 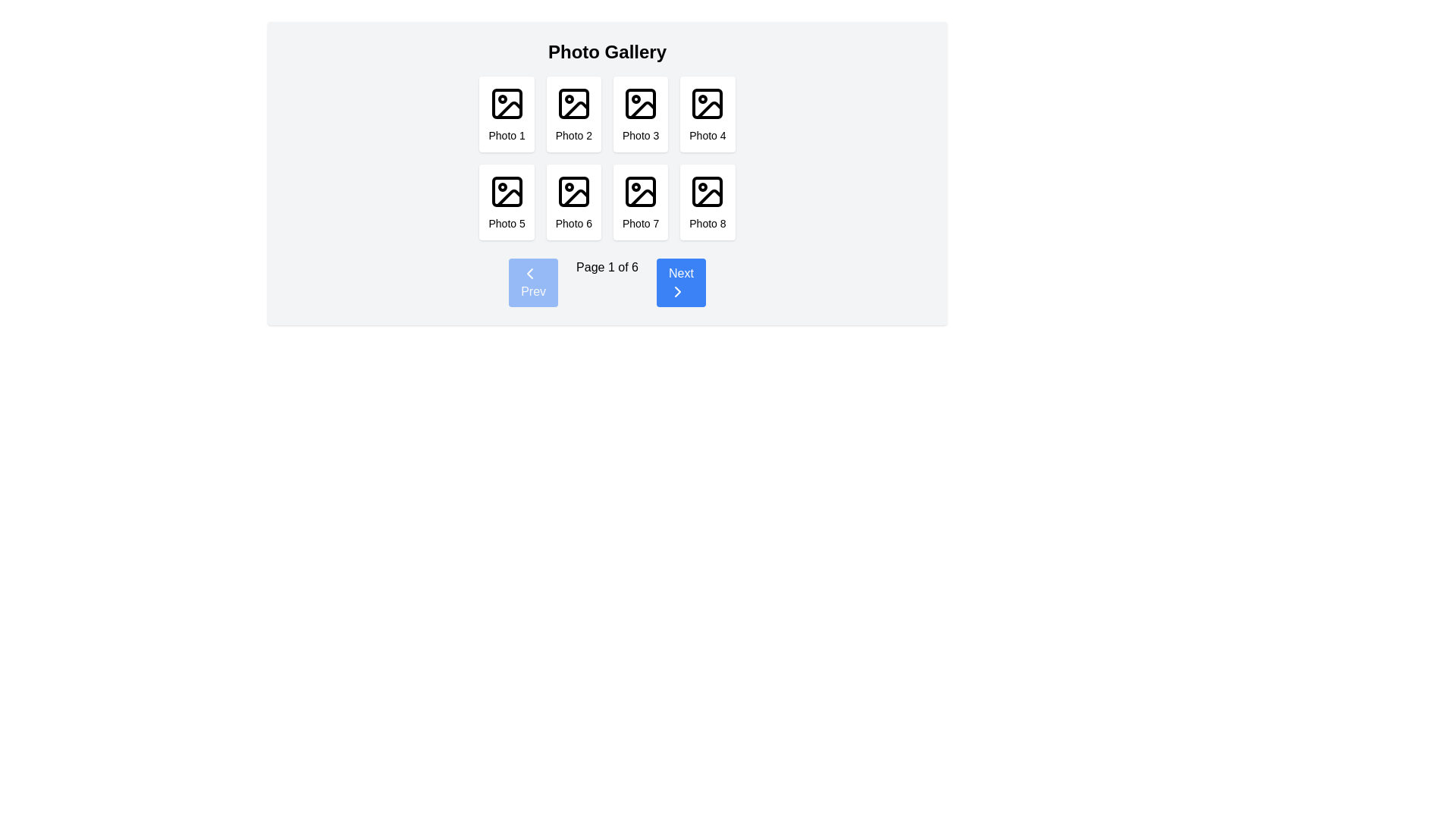 I want to click on the decorative rectangle shape that is part of the 'Photo 5' image icon in the second row, first column of the photo gallery grid, so click(x=507, y=191).